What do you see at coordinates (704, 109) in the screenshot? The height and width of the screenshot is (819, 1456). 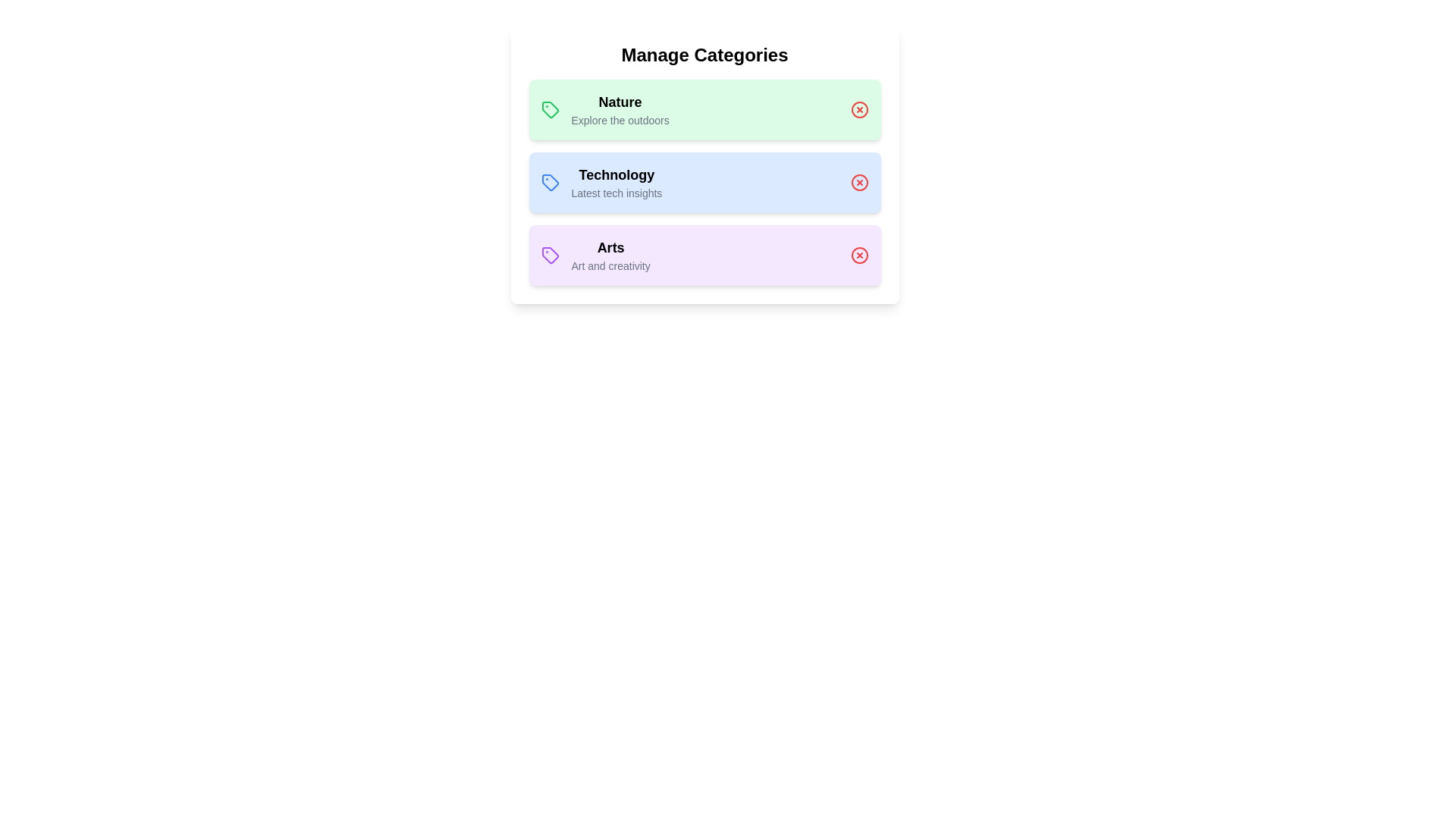 I see `the category Nature to see its tooltip or effect` at bounding box center [704, 109].